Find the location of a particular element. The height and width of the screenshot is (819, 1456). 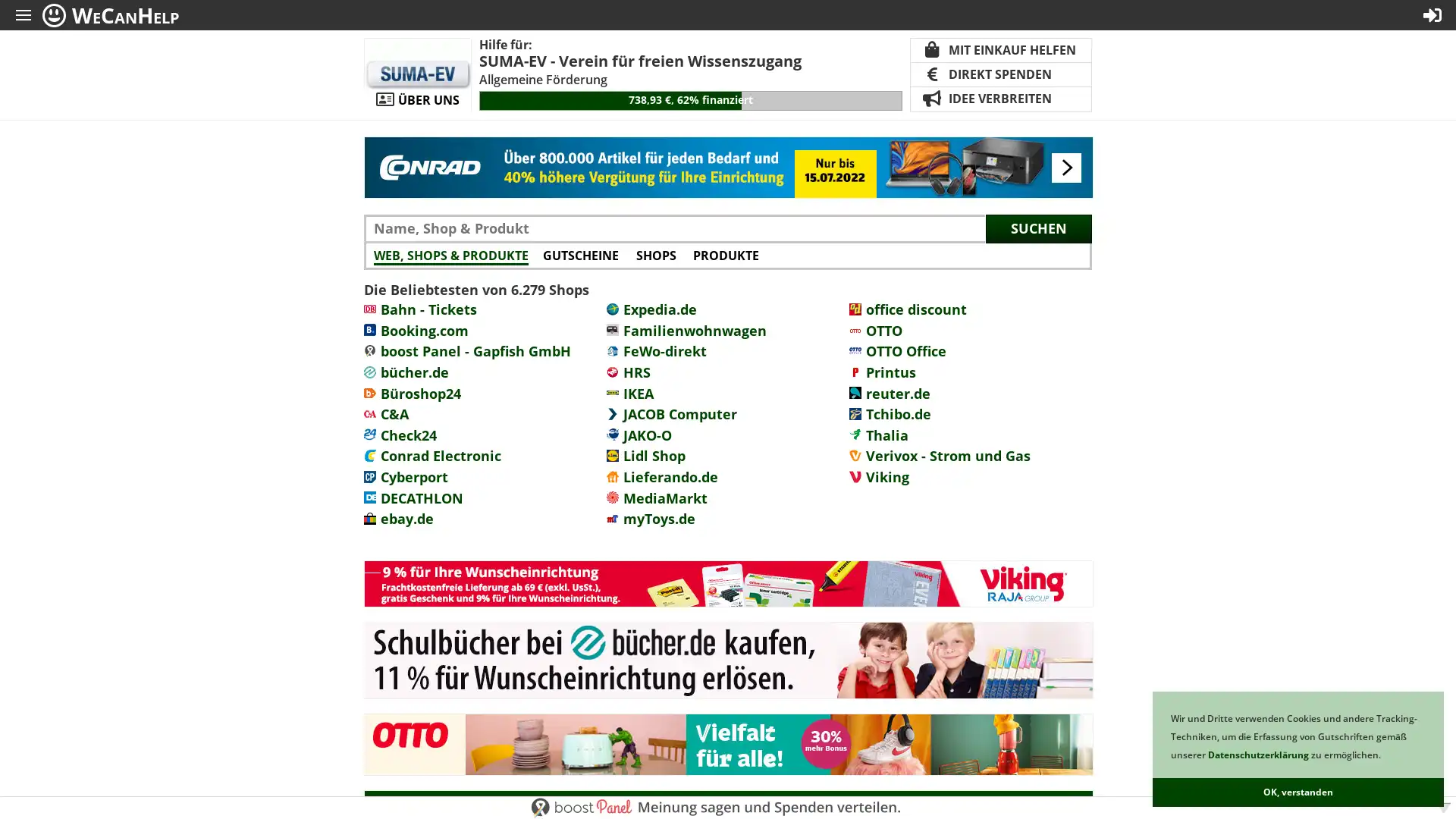

Suchen is located at coordinates (1037, 227).